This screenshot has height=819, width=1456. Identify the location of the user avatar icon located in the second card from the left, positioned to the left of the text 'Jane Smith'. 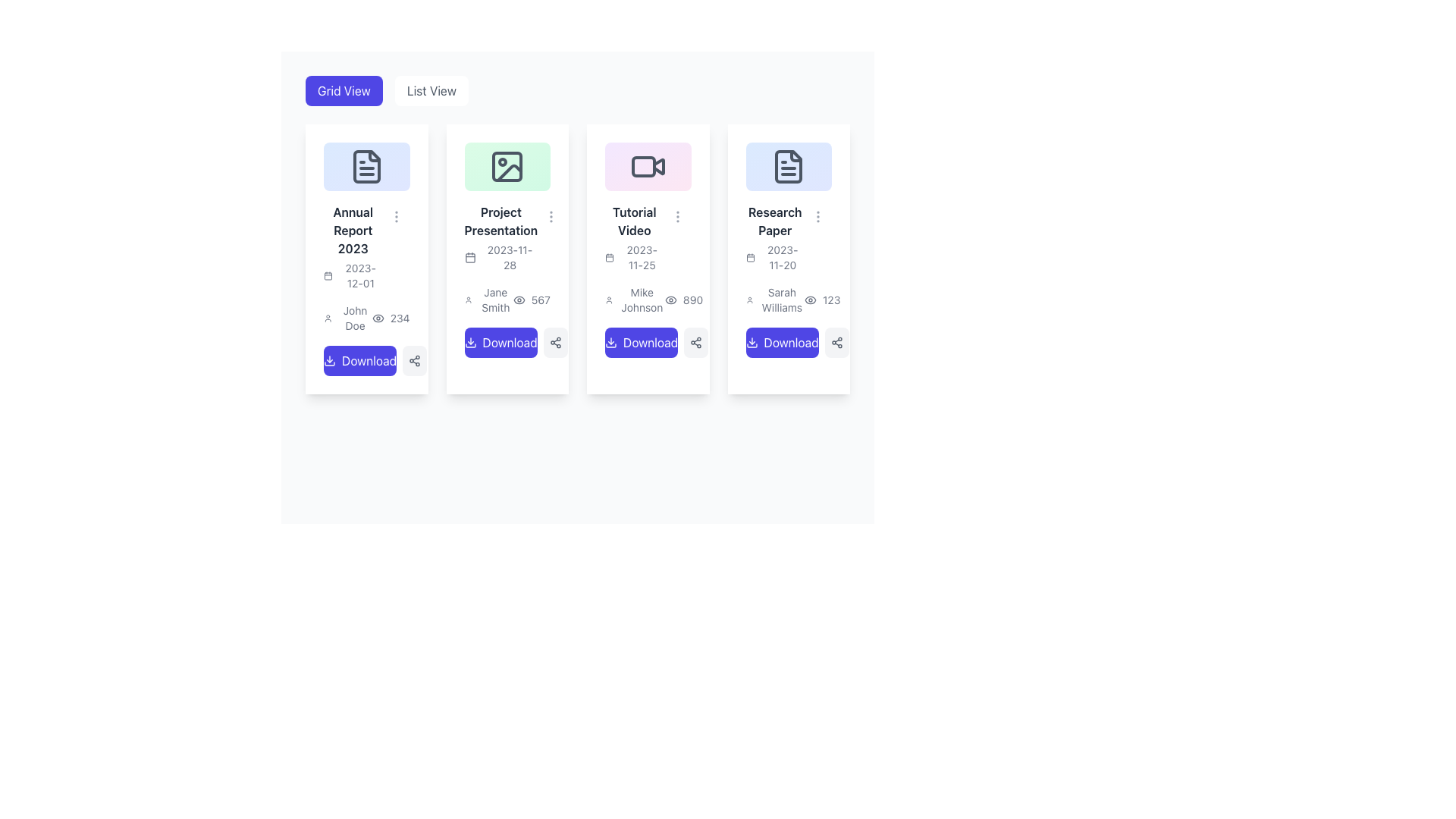
(467, 300).